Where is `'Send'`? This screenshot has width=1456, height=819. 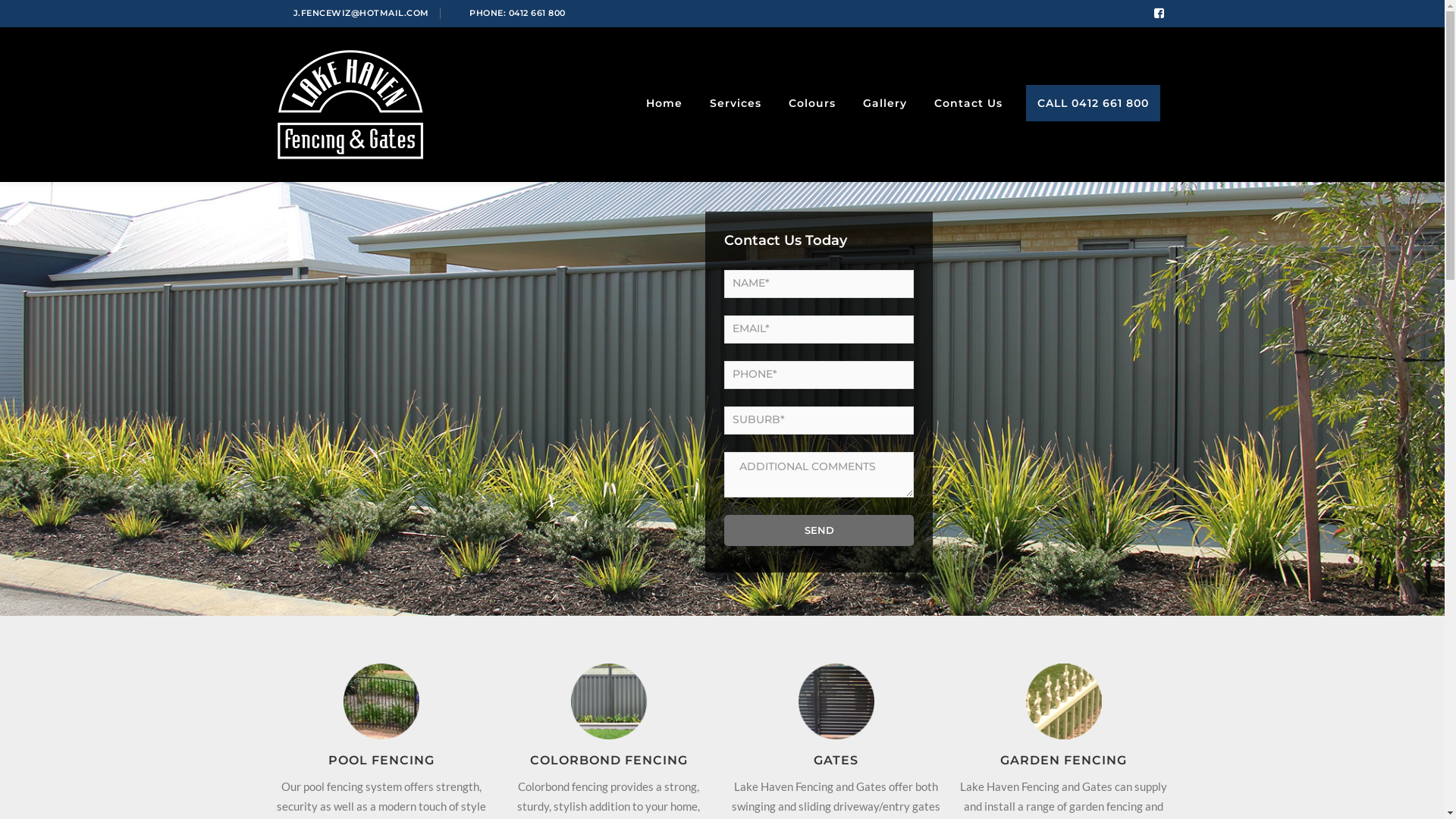 'Send' is located at coordinates (818, 529).